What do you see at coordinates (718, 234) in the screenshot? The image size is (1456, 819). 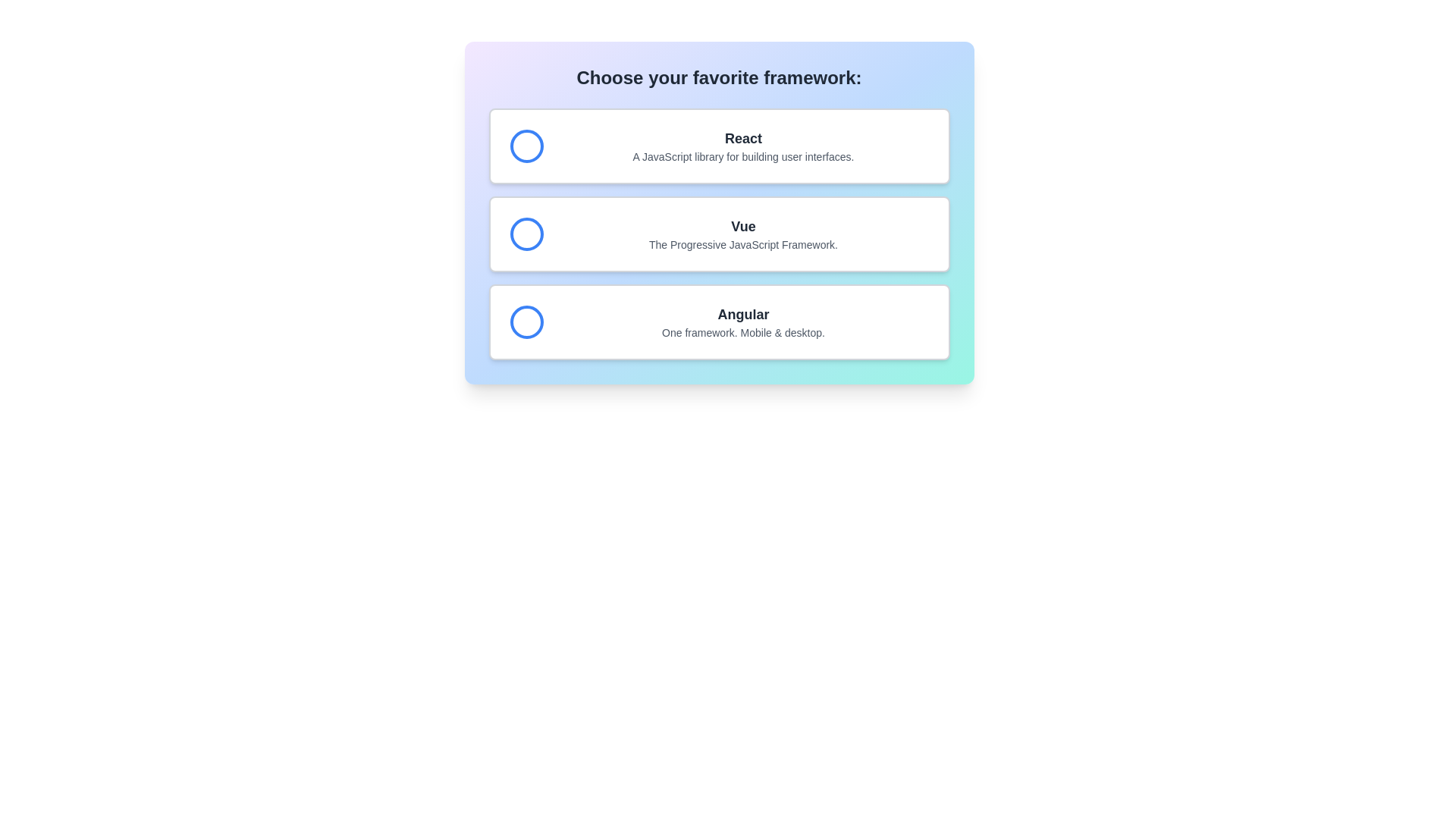 I see `the Vue information card for keyboard navigation` at bounding box center [718, 234].